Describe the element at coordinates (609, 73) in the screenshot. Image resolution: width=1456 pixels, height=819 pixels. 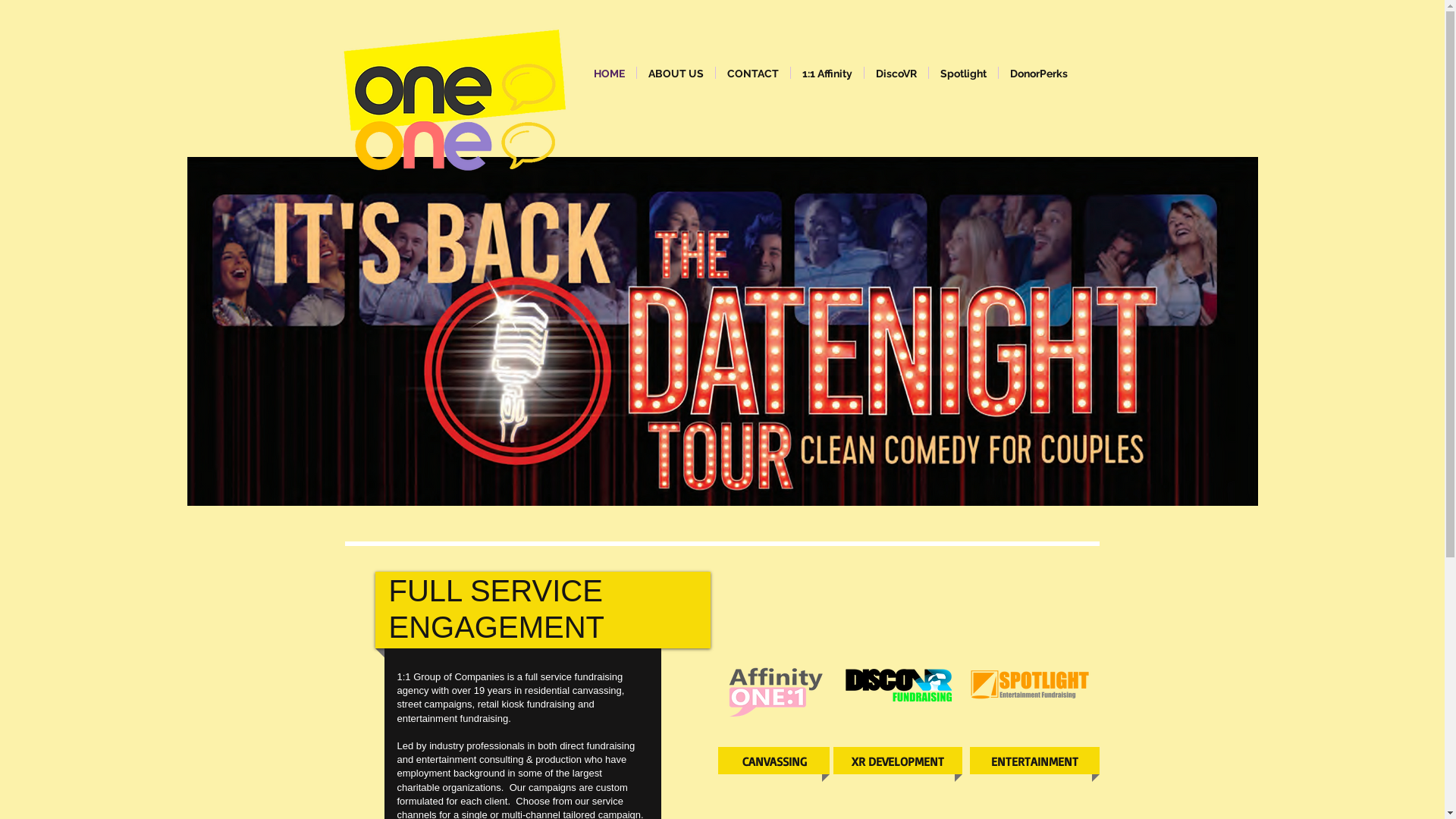
I see `'HOME'` at that location.